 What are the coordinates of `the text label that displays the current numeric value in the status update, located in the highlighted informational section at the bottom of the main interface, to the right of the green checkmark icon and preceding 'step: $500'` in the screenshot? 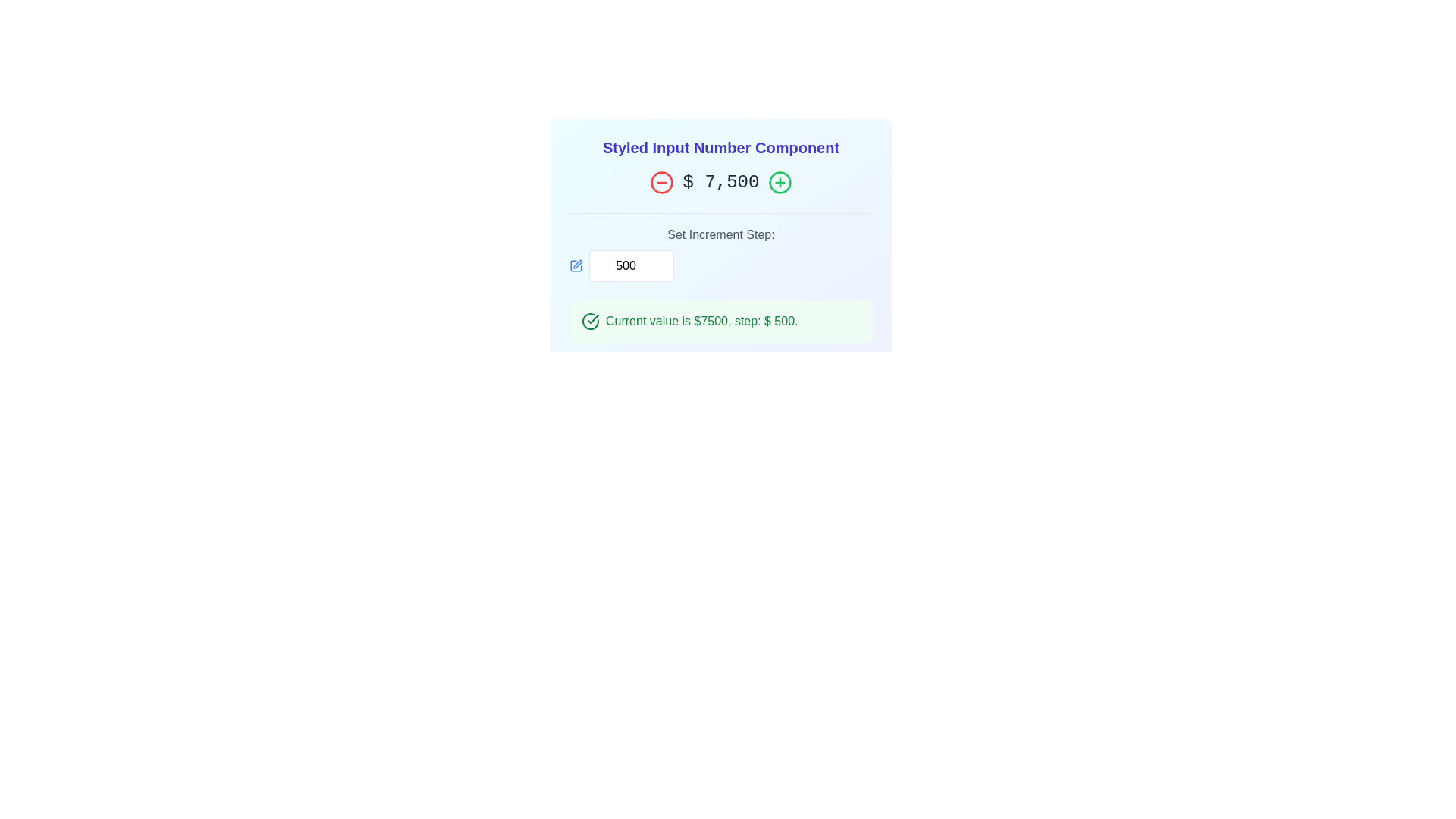 It's located at (714, 321).